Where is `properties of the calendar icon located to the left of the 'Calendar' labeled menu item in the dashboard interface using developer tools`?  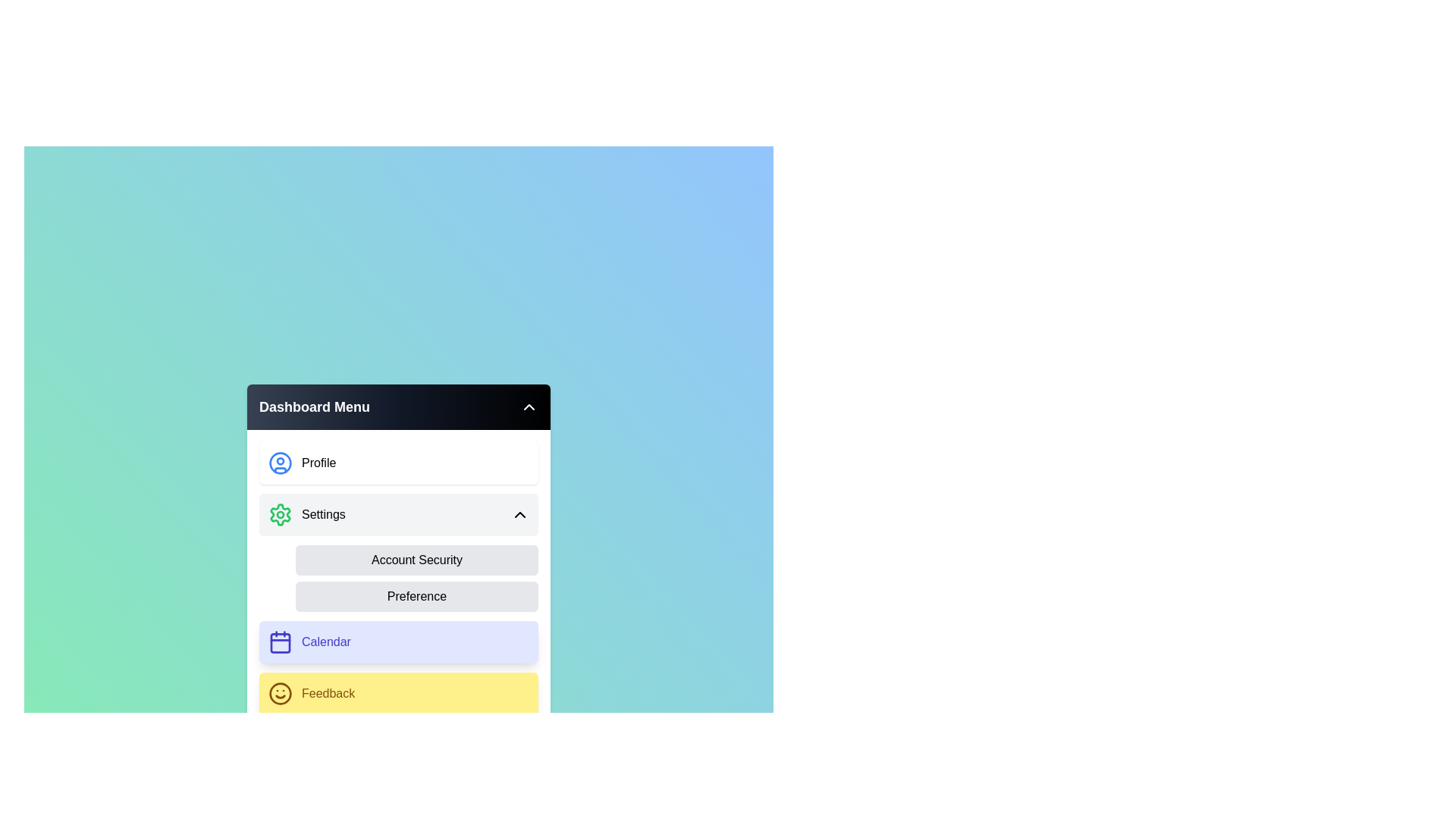 properties of the calendar icon located to the left of the 'Calendar' labeled menu item in the dashboard interface using developer tools is located at coordinates (280, 642).